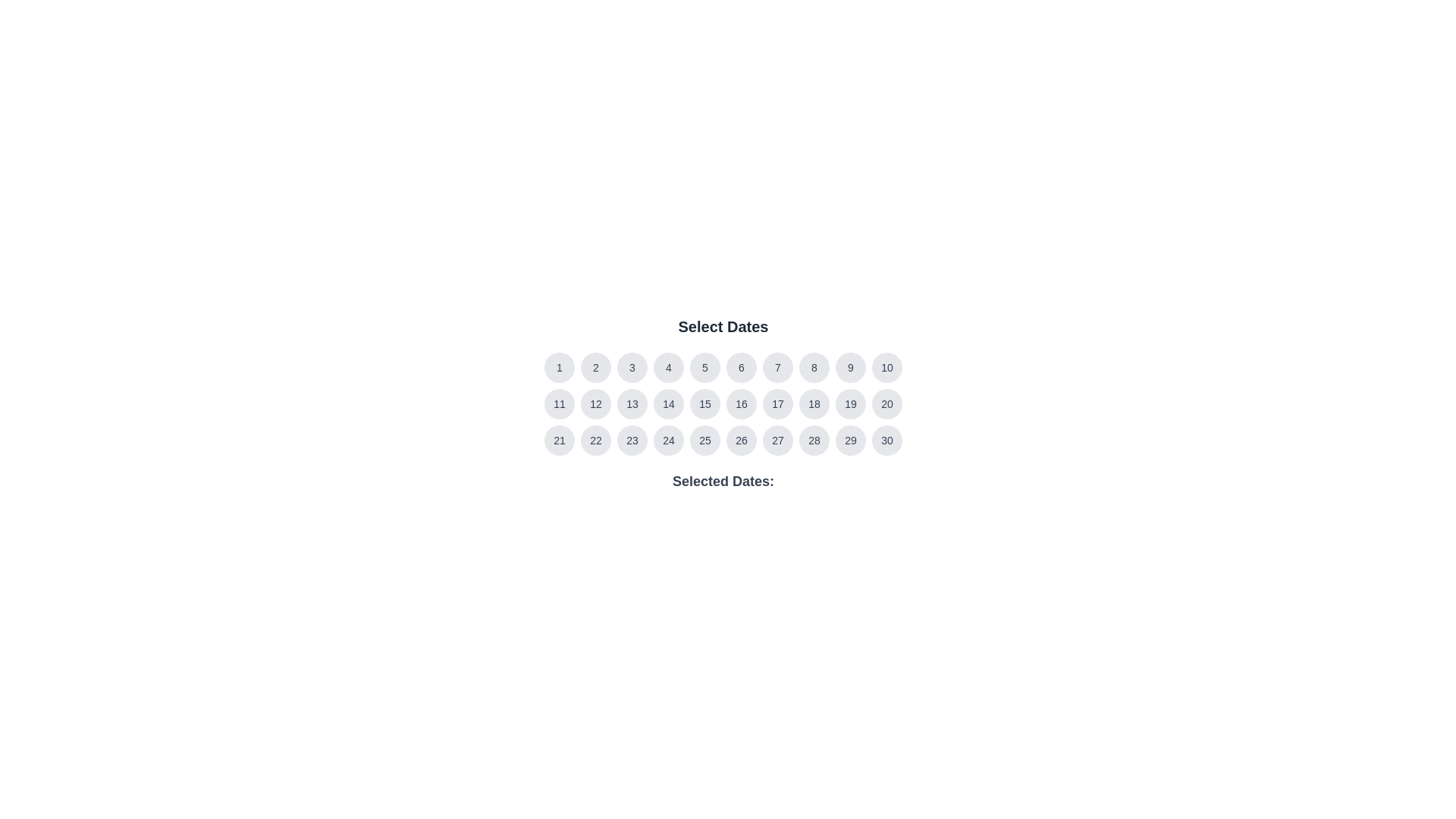  Describe the element at coordinates (632, 368) in the screenshot. I see `the third circular button in the grid, which represents the date '3'` at that location.